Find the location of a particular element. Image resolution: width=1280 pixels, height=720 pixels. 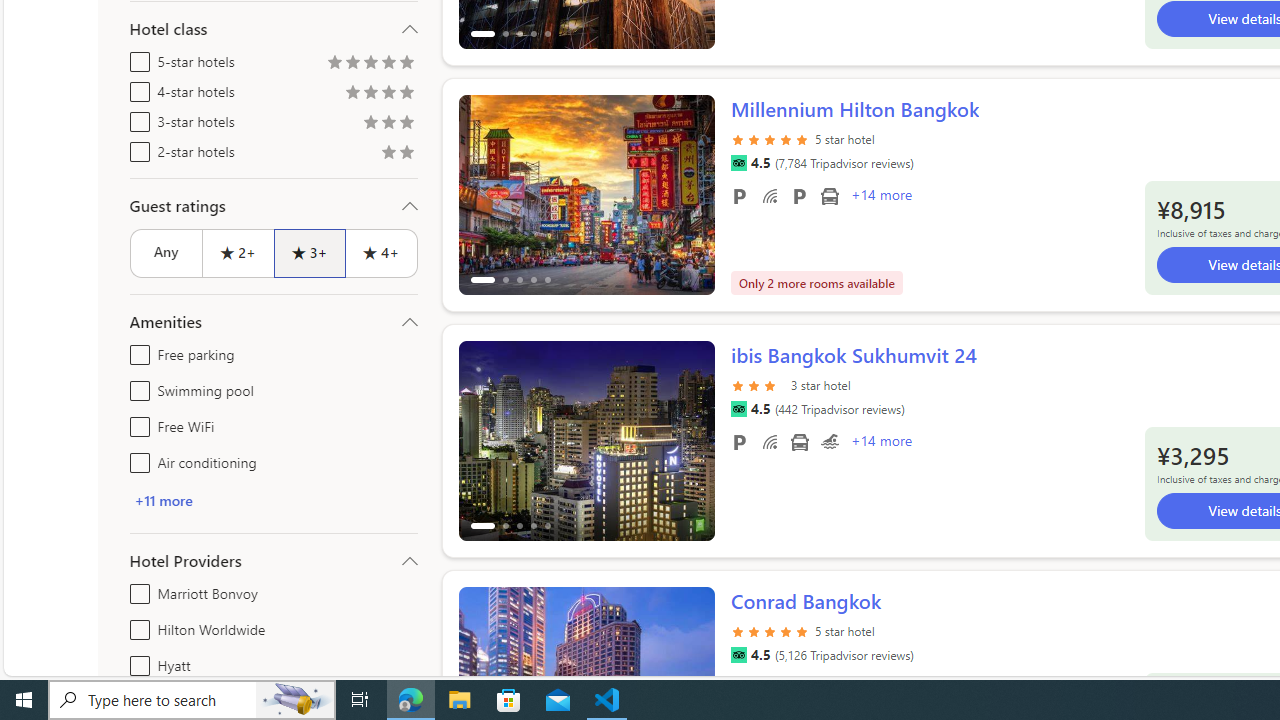

'4+' is located at coordinates (382, 252).